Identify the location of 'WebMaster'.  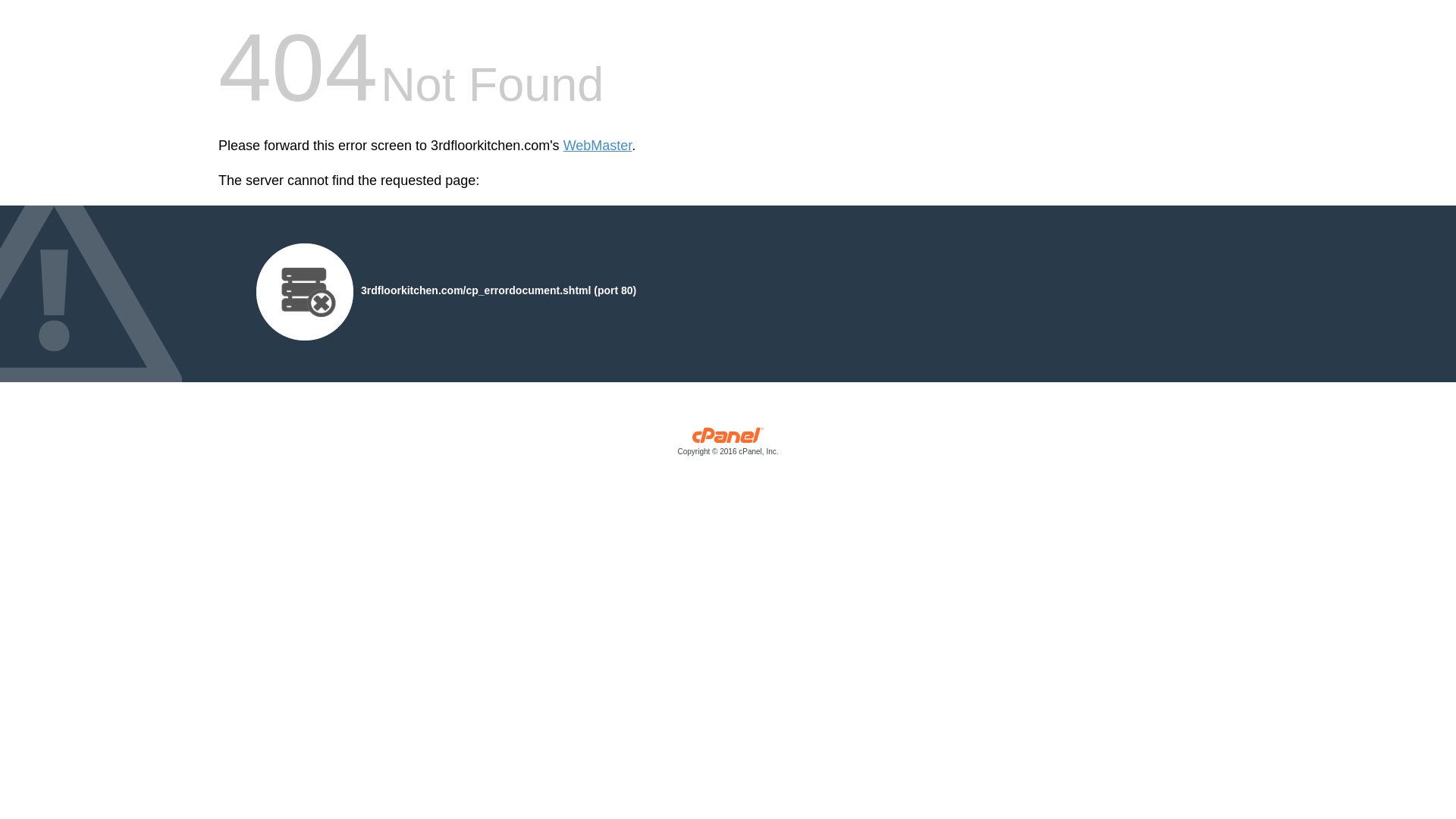
(597, 146).